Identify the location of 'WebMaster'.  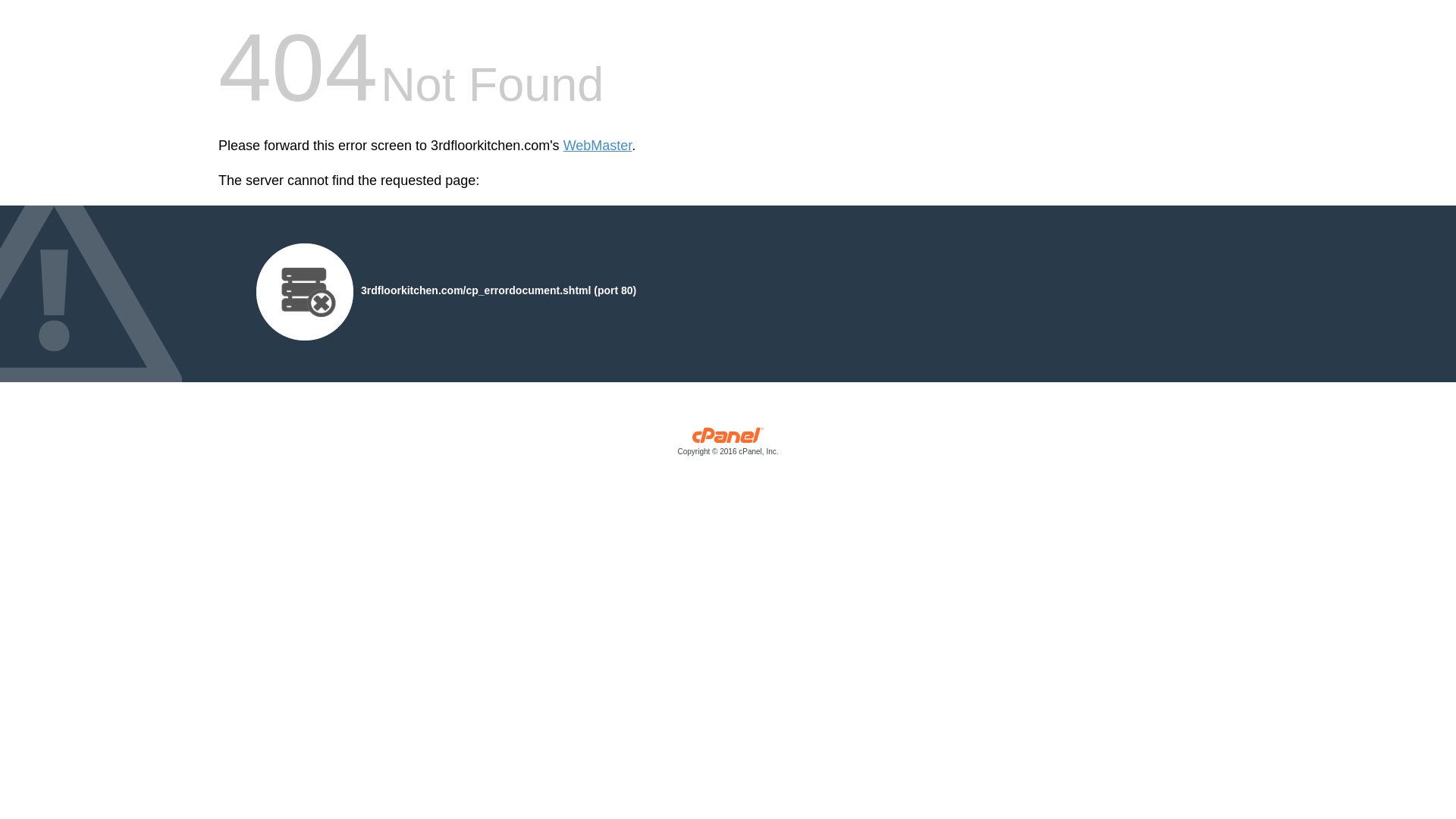
(597, 146).